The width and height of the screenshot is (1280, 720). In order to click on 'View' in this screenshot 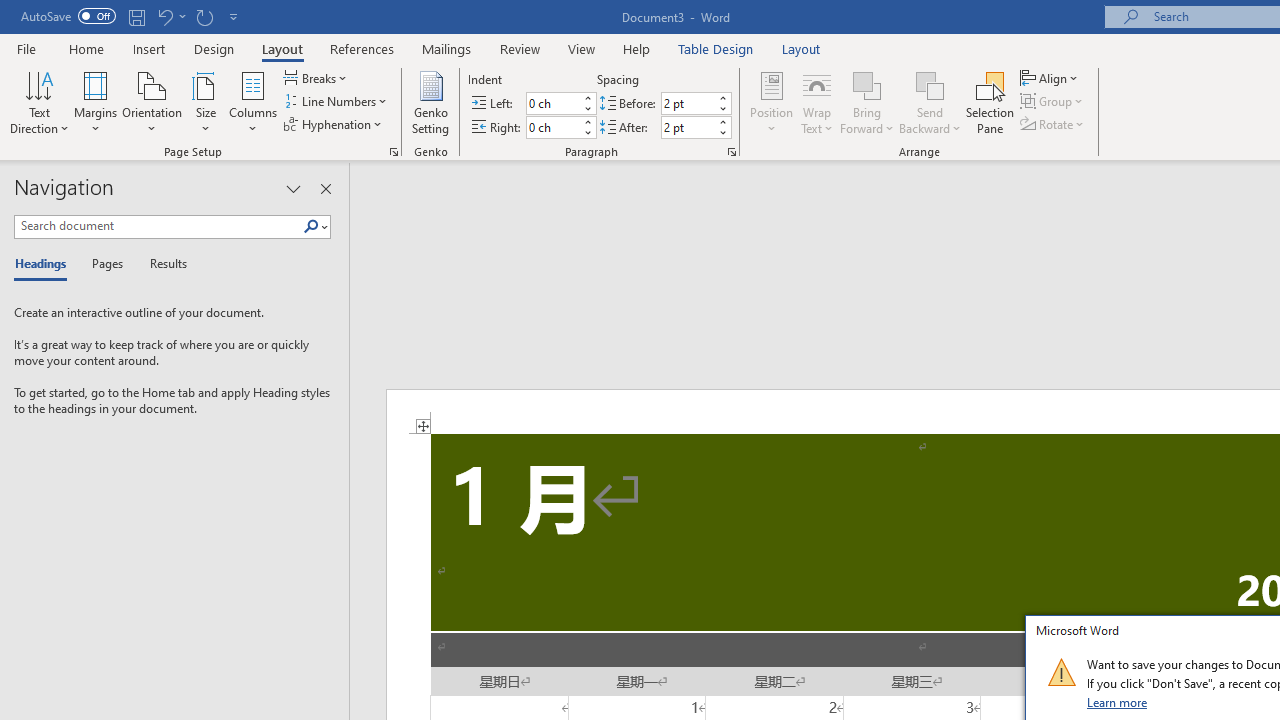, I will do `click(581, 48)`.